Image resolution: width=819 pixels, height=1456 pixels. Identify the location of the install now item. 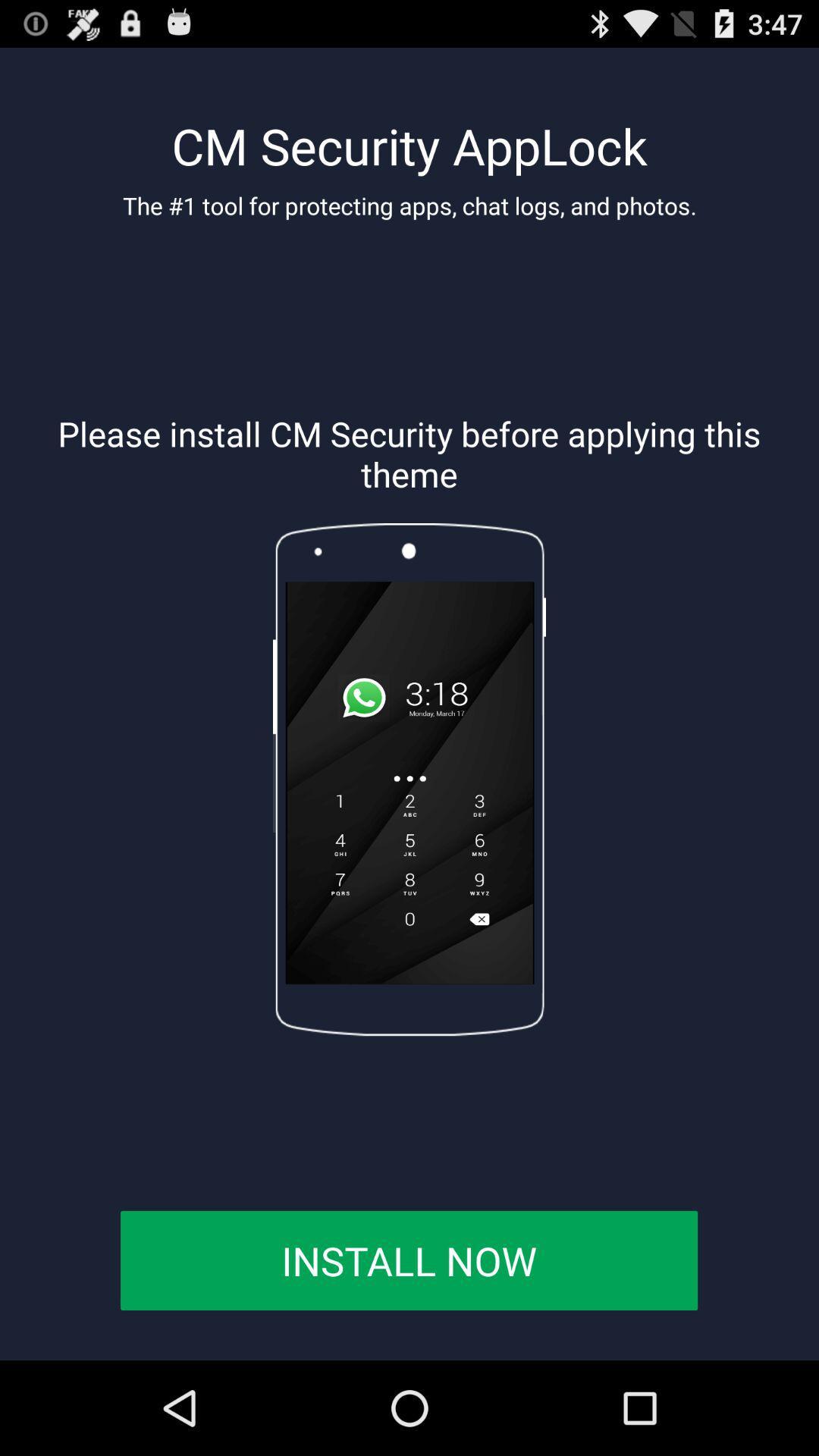
(408, 1260).